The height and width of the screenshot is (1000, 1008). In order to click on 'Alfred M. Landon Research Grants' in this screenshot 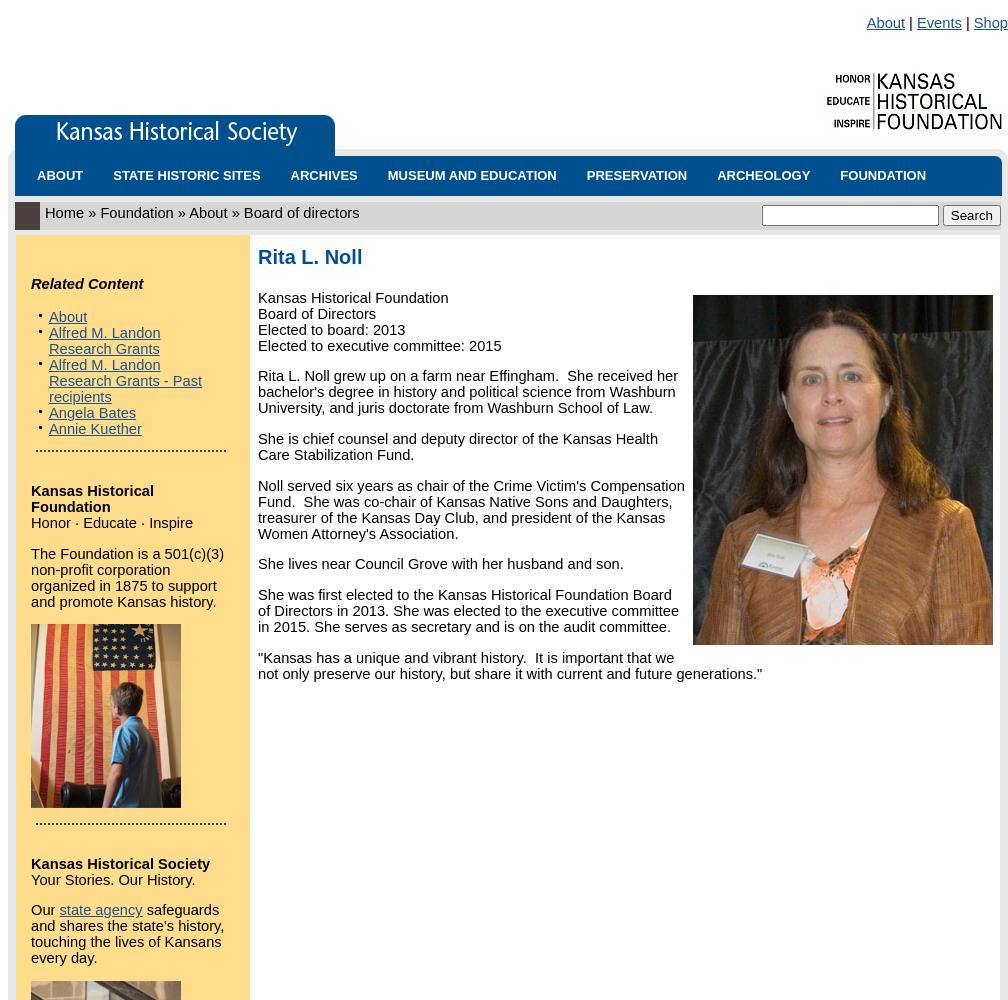, I will do `click(48, 340)`.